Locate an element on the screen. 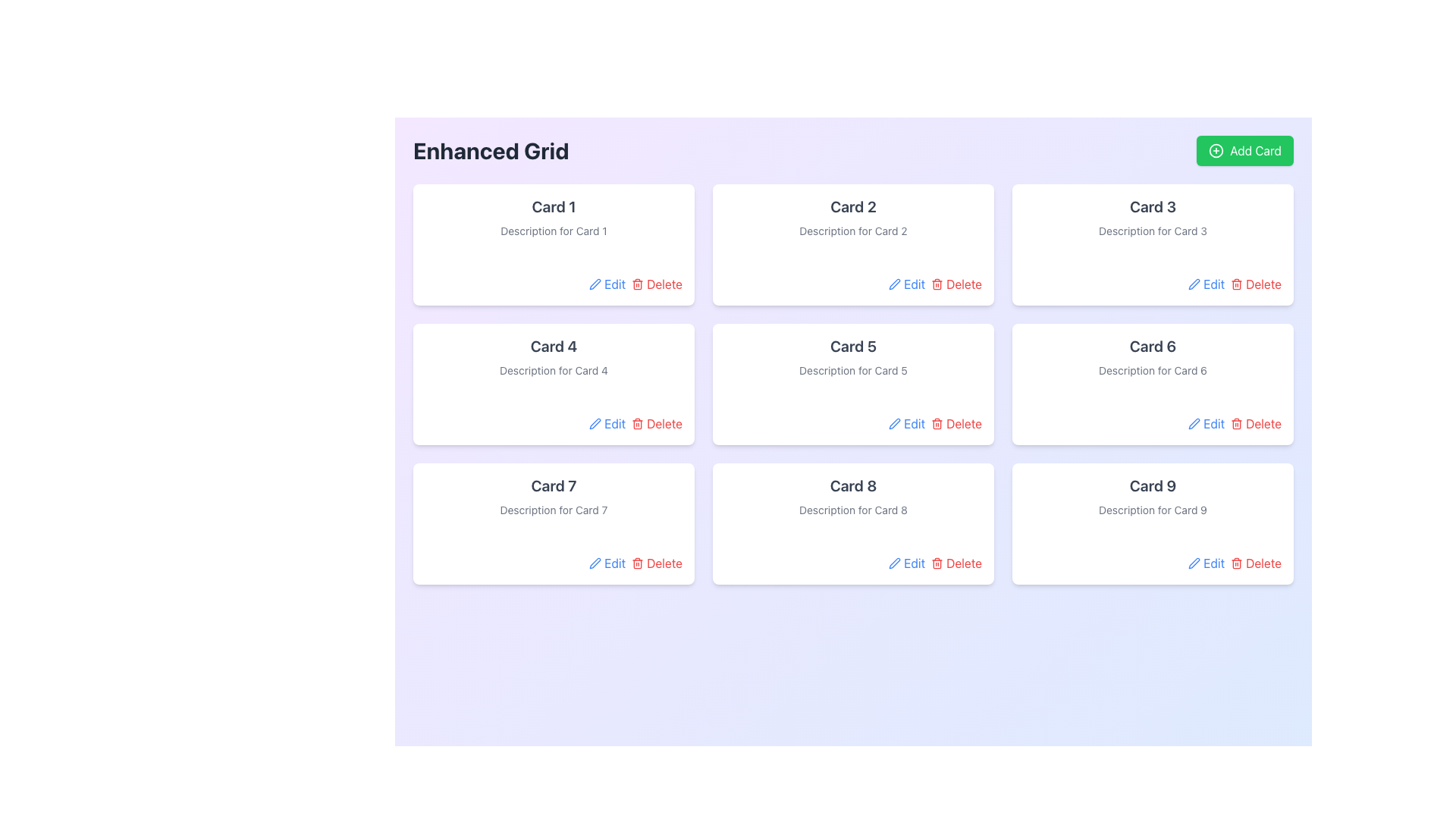 The image size is (1456, 819). the text block labeled 'Card 3' which contains the description 'Description for Card 3' in a 3x3 grid layout, specifically the first card in the second row is located at coordinates (1153, 217).